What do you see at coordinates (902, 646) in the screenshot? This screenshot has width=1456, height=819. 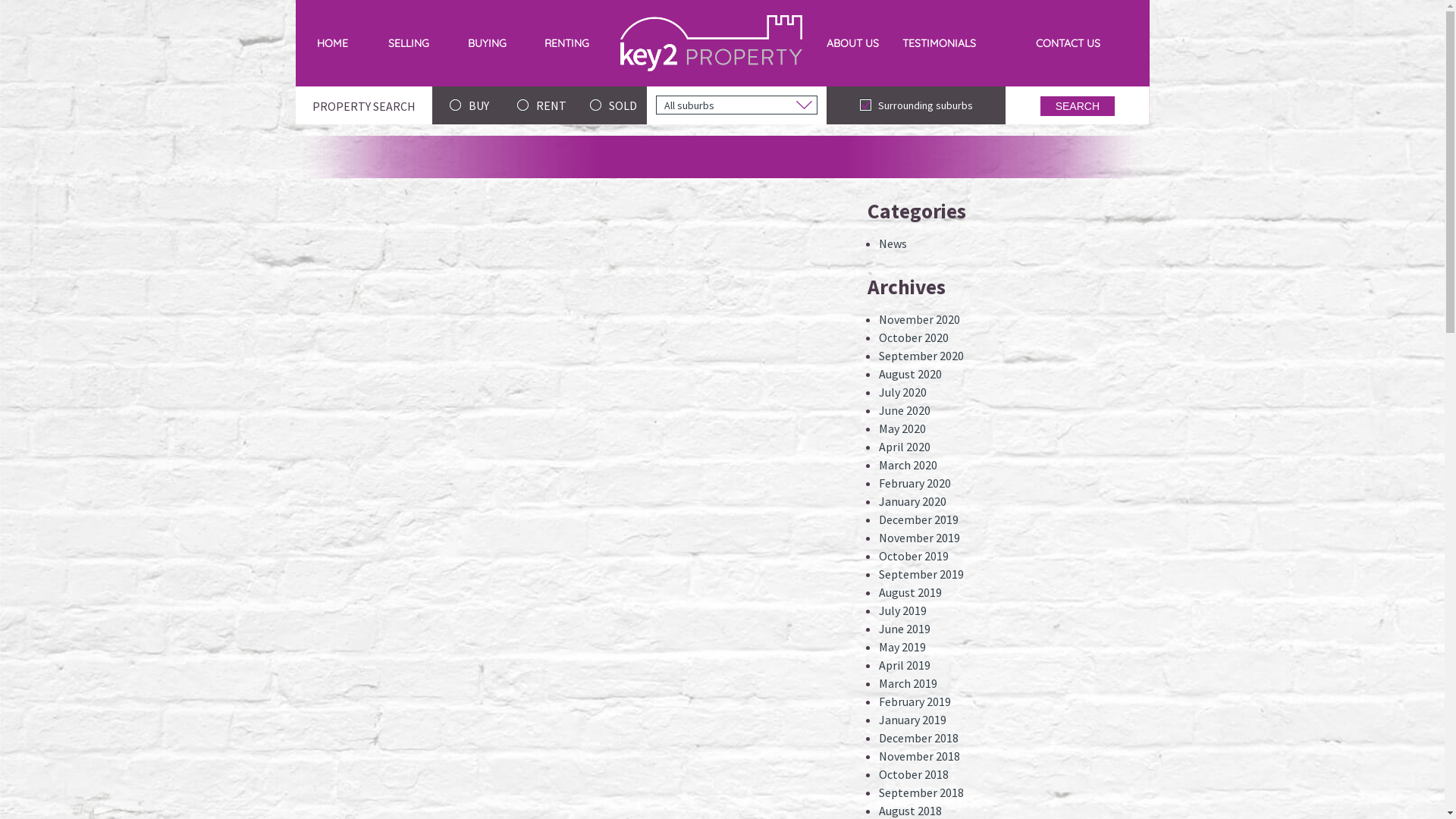 I see `'May 2019'` at bounding box center [902, 646].